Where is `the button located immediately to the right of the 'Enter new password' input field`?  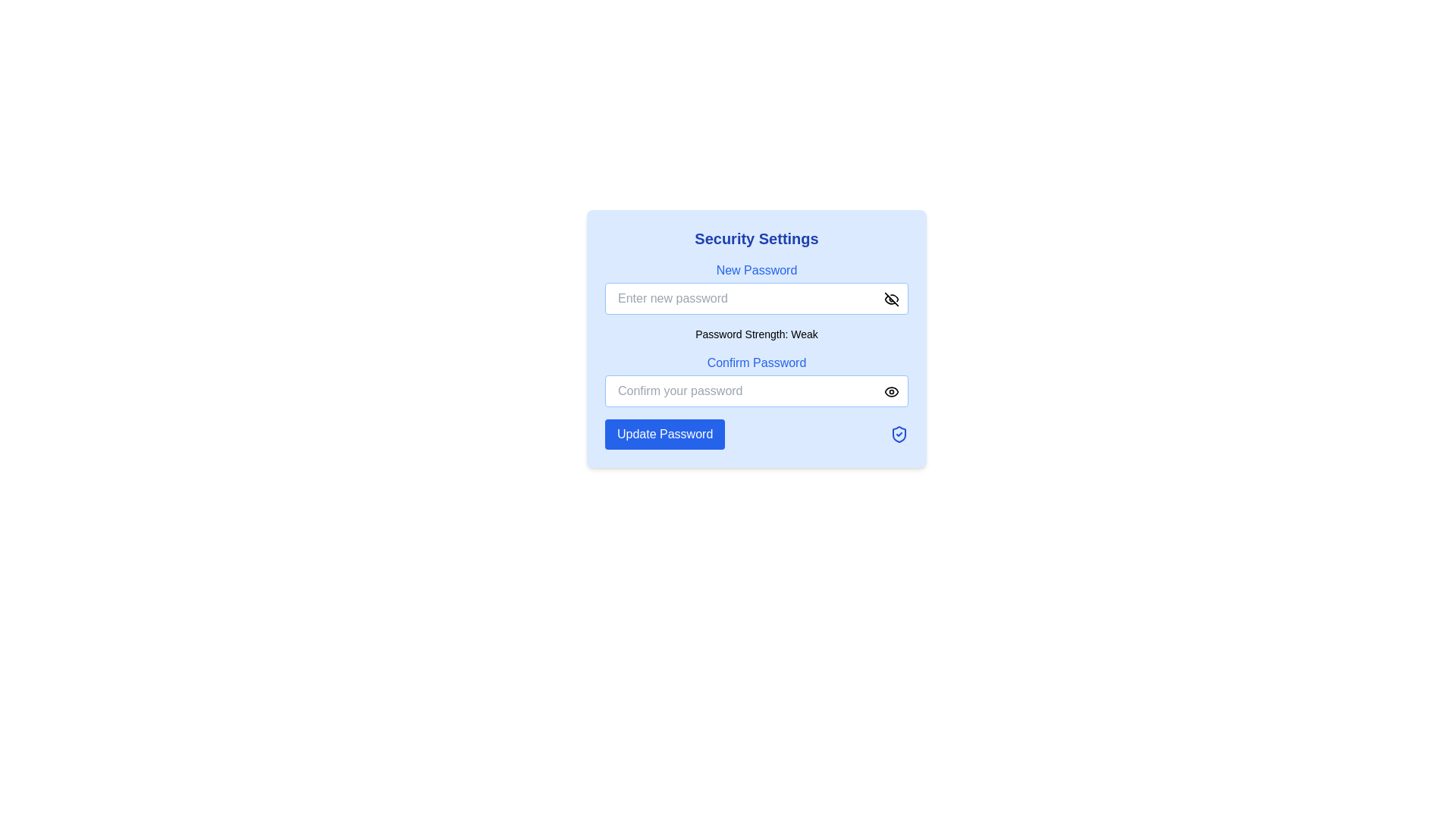
the button located immediately to the right of the 'Enter new password' input field is located at coordinates (892, 299).